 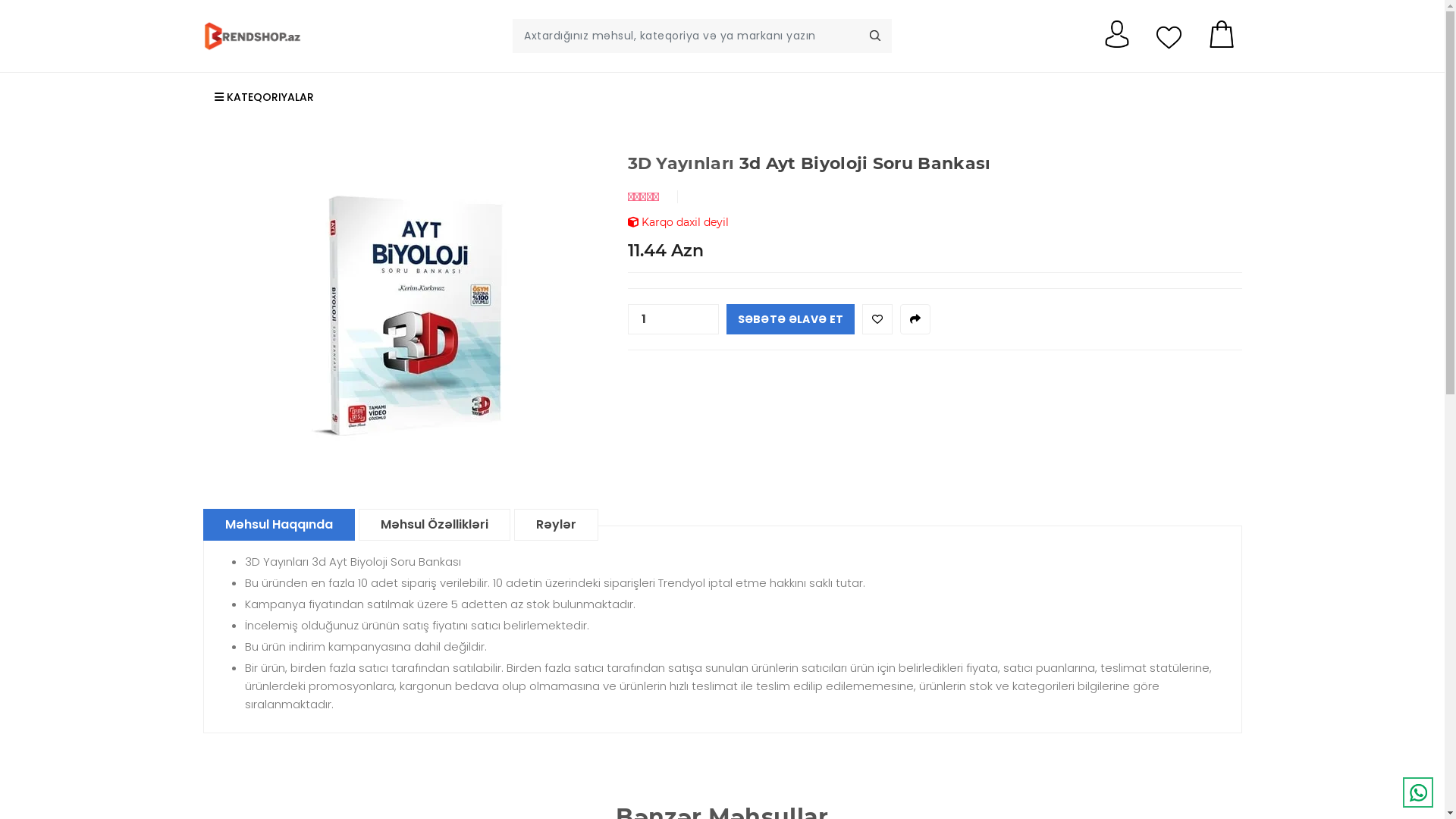 I want to click on 'Wishlist', so click(x=862, y=318).